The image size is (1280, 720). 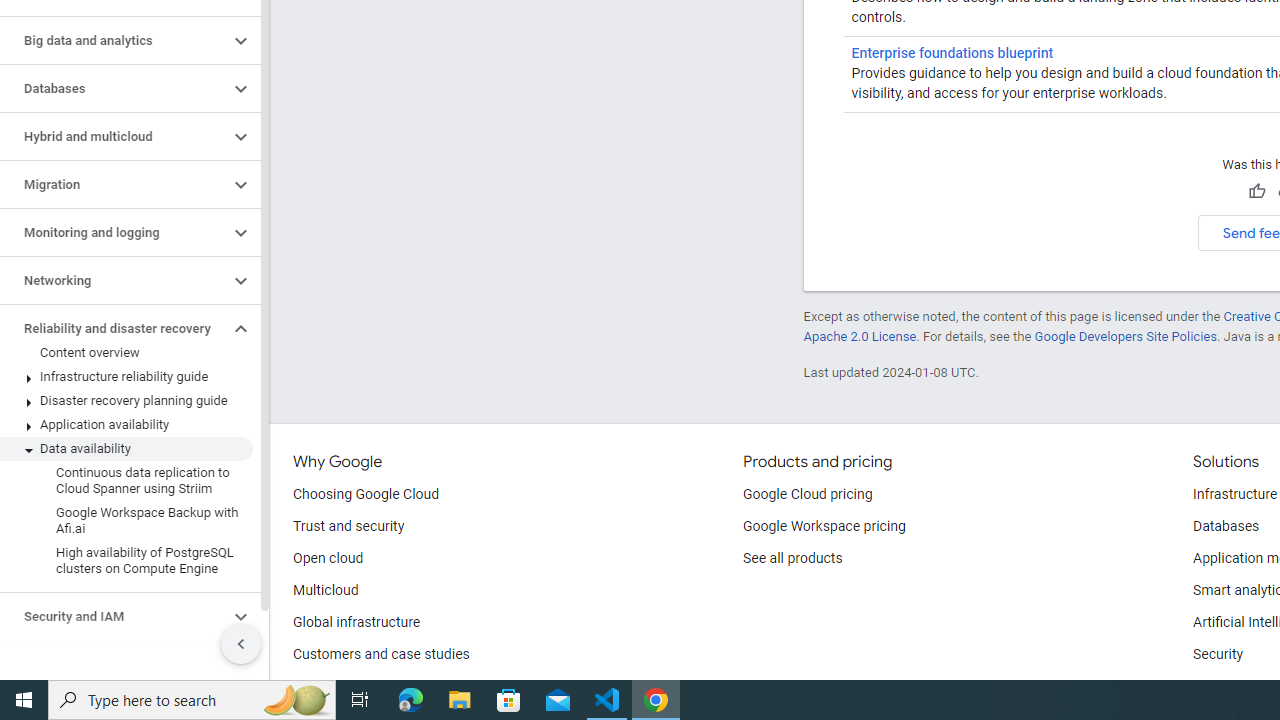 What do you see at coordinates (113, 231) in the screenshot?
I see `'Monitoring and logging'` at bounding box center [113, 231].